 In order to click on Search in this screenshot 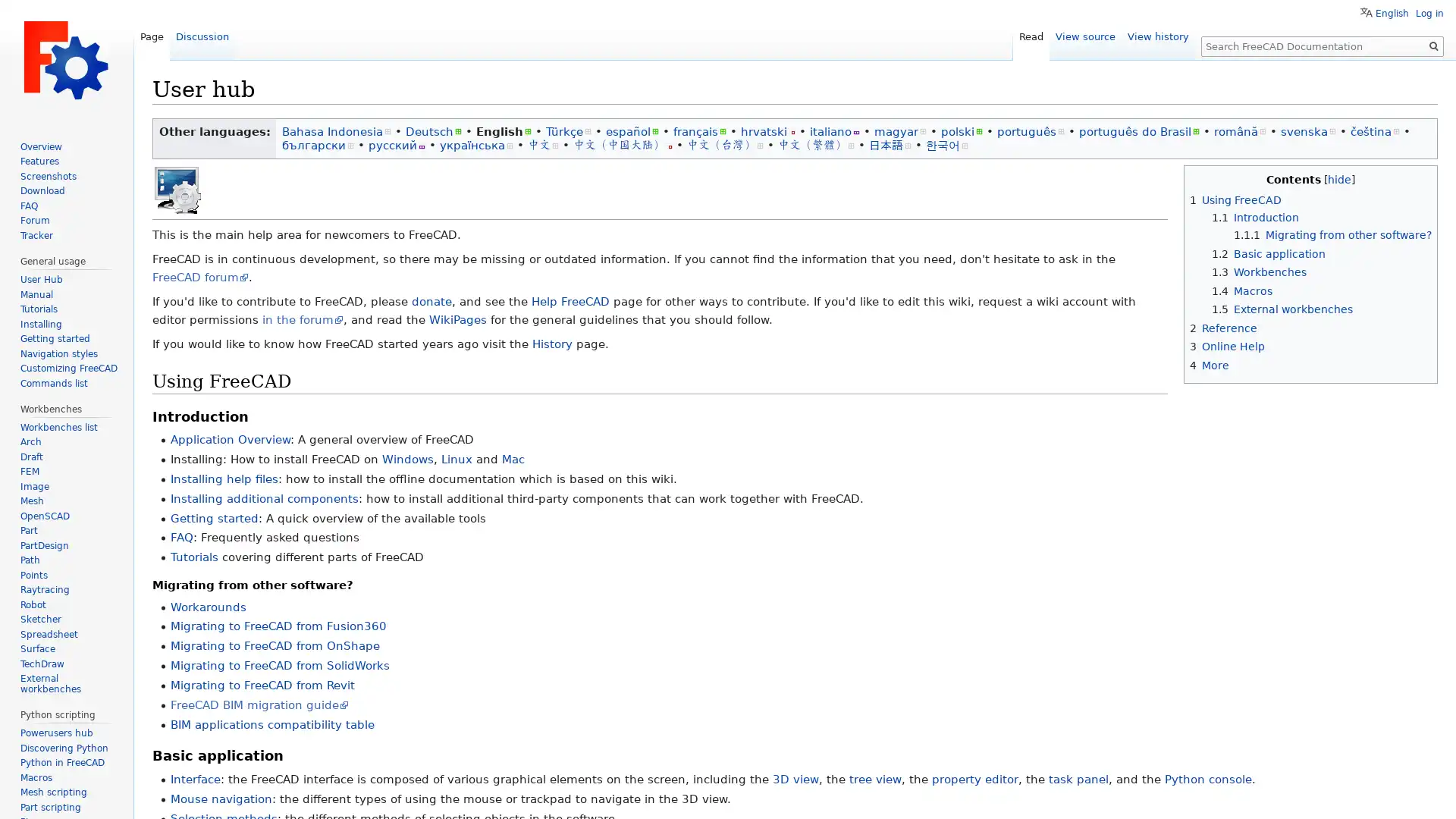, I will do `click(1433, 45)`.